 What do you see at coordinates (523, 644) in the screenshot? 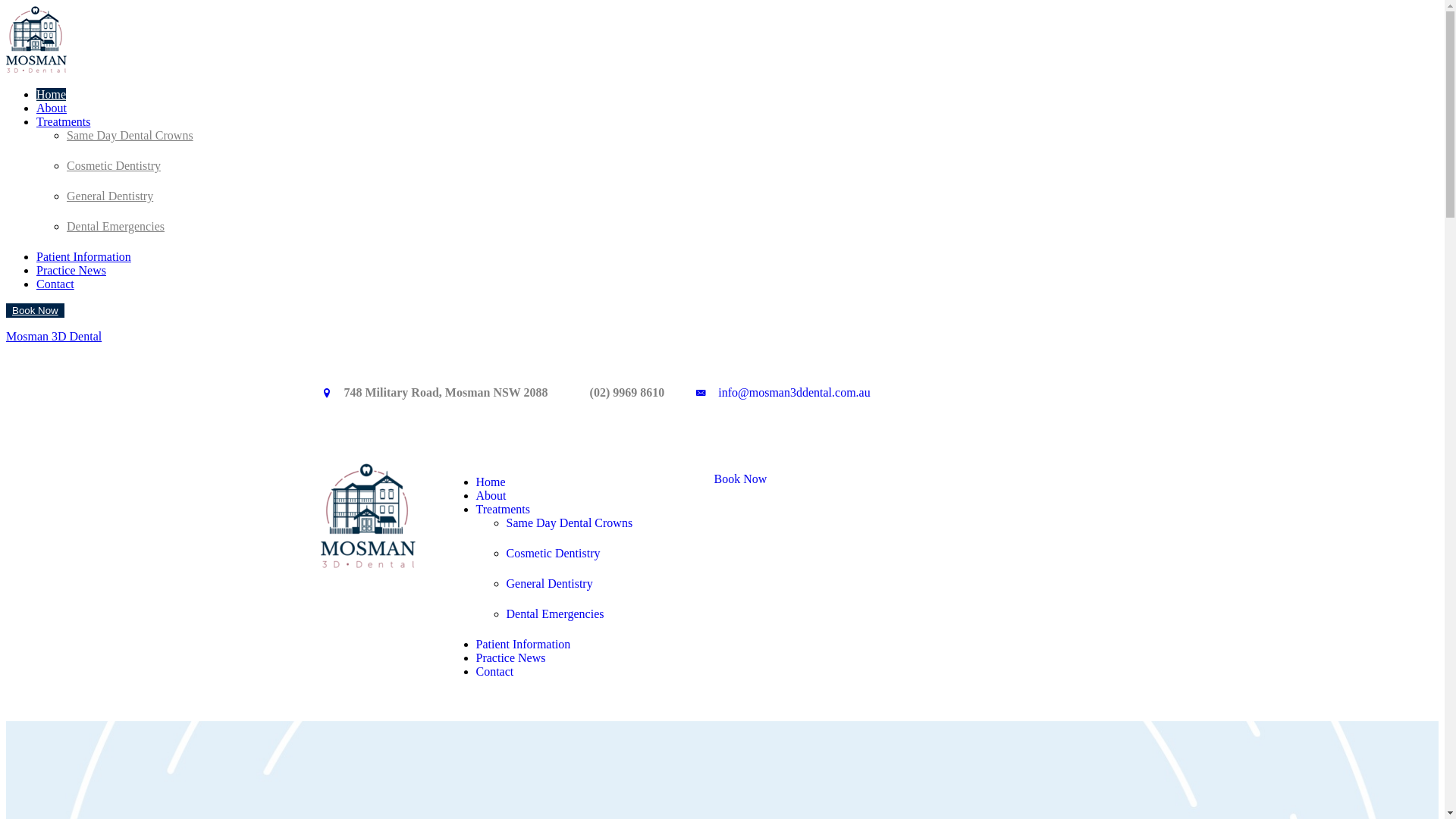
I see `'Patient Information'` at bounding box center [523, 644].